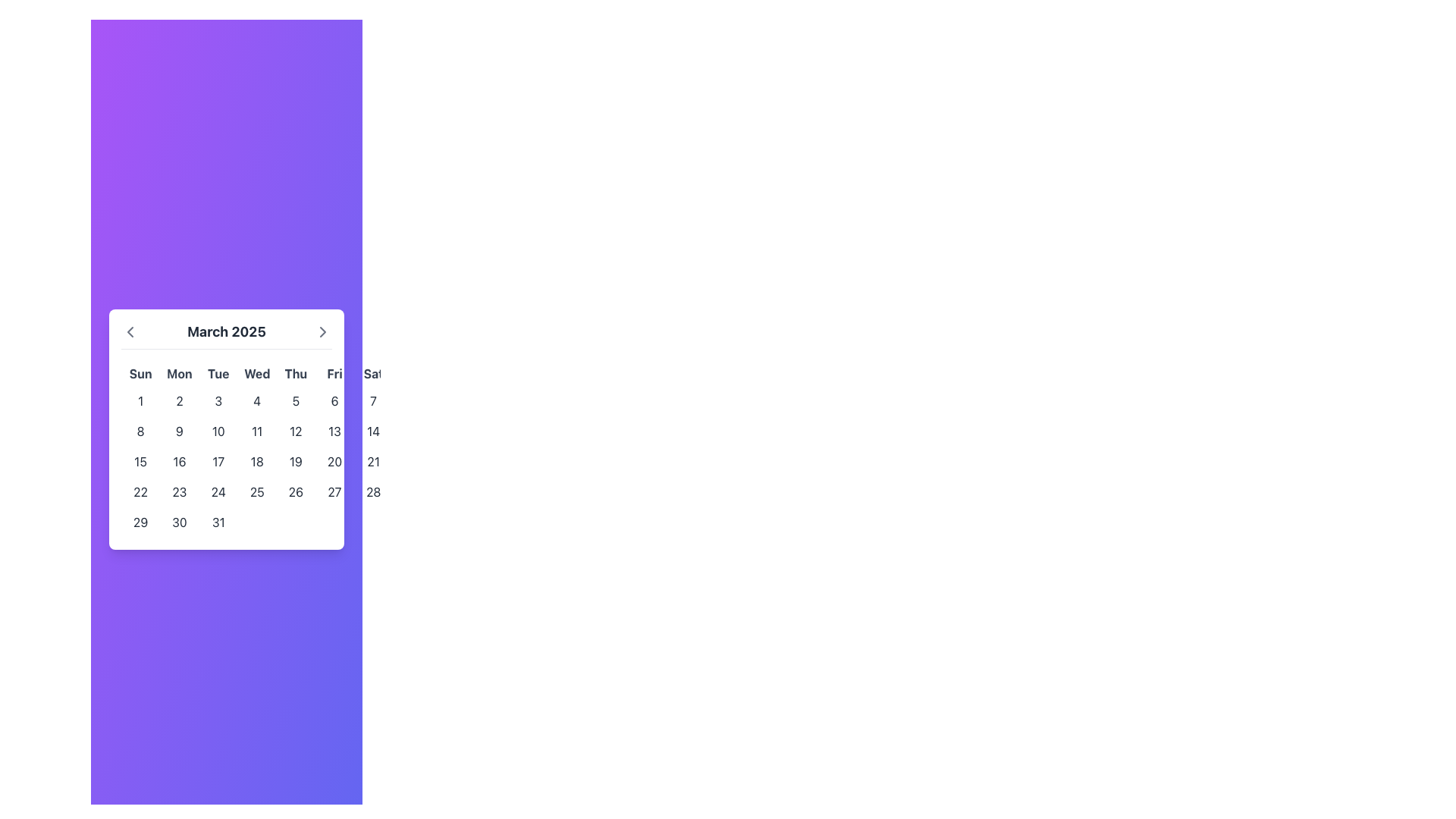  What do you see at coordinates (373, 431) in the screenshot?
I see `the selectable date item box containing the number '14'` at bounding box center [373, 431].